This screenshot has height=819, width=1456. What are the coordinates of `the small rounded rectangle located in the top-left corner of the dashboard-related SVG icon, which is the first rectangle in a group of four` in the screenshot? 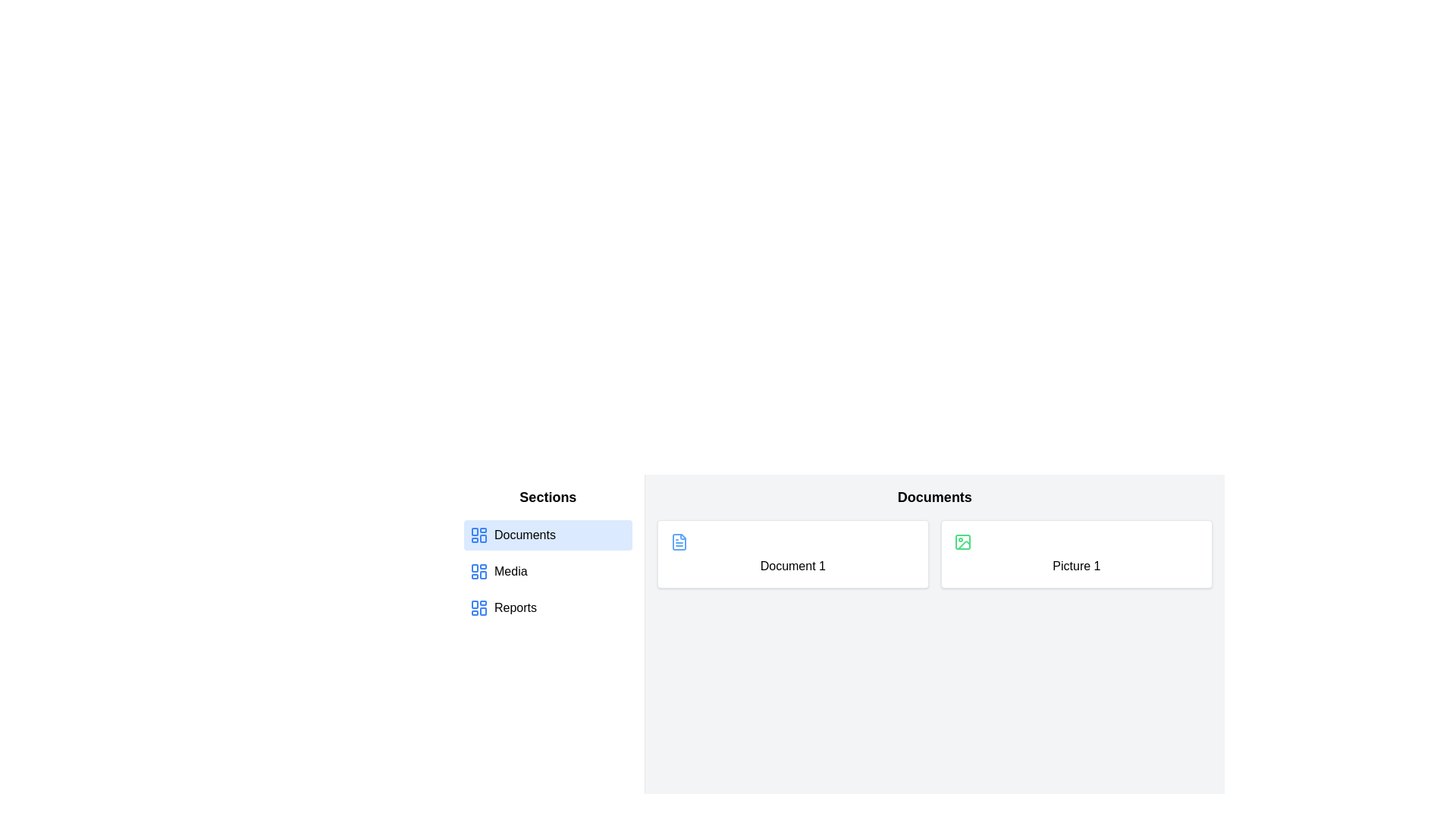 It's located at (474, 531).